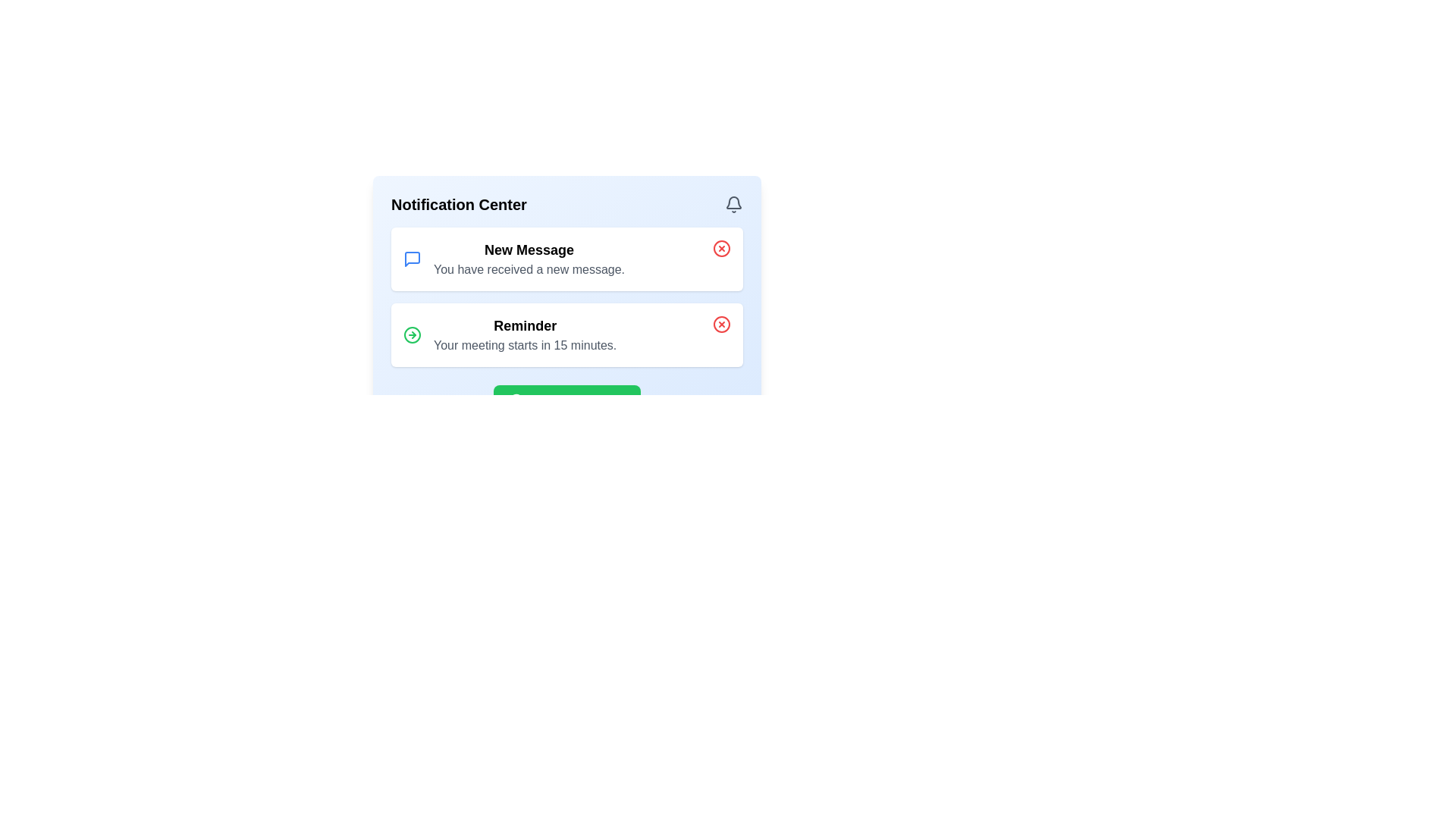 This screenshot has width=1456, height=819. I want to click on the second notification in the 'Notification Center', so click(525, 334).